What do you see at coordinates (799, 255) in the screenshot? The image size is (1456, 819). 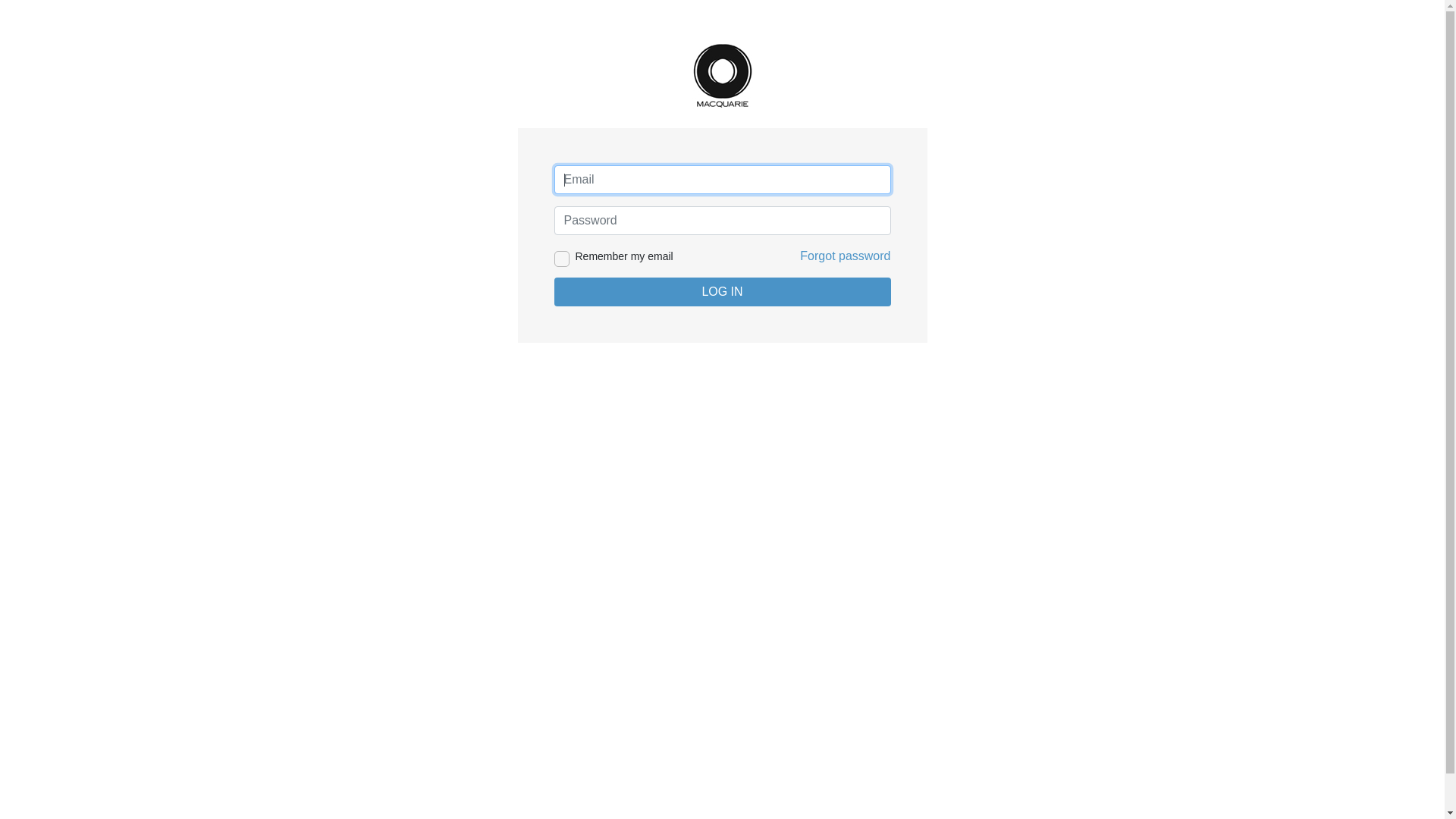 I see `'Forgot password'` at bounding box center [799, 255].